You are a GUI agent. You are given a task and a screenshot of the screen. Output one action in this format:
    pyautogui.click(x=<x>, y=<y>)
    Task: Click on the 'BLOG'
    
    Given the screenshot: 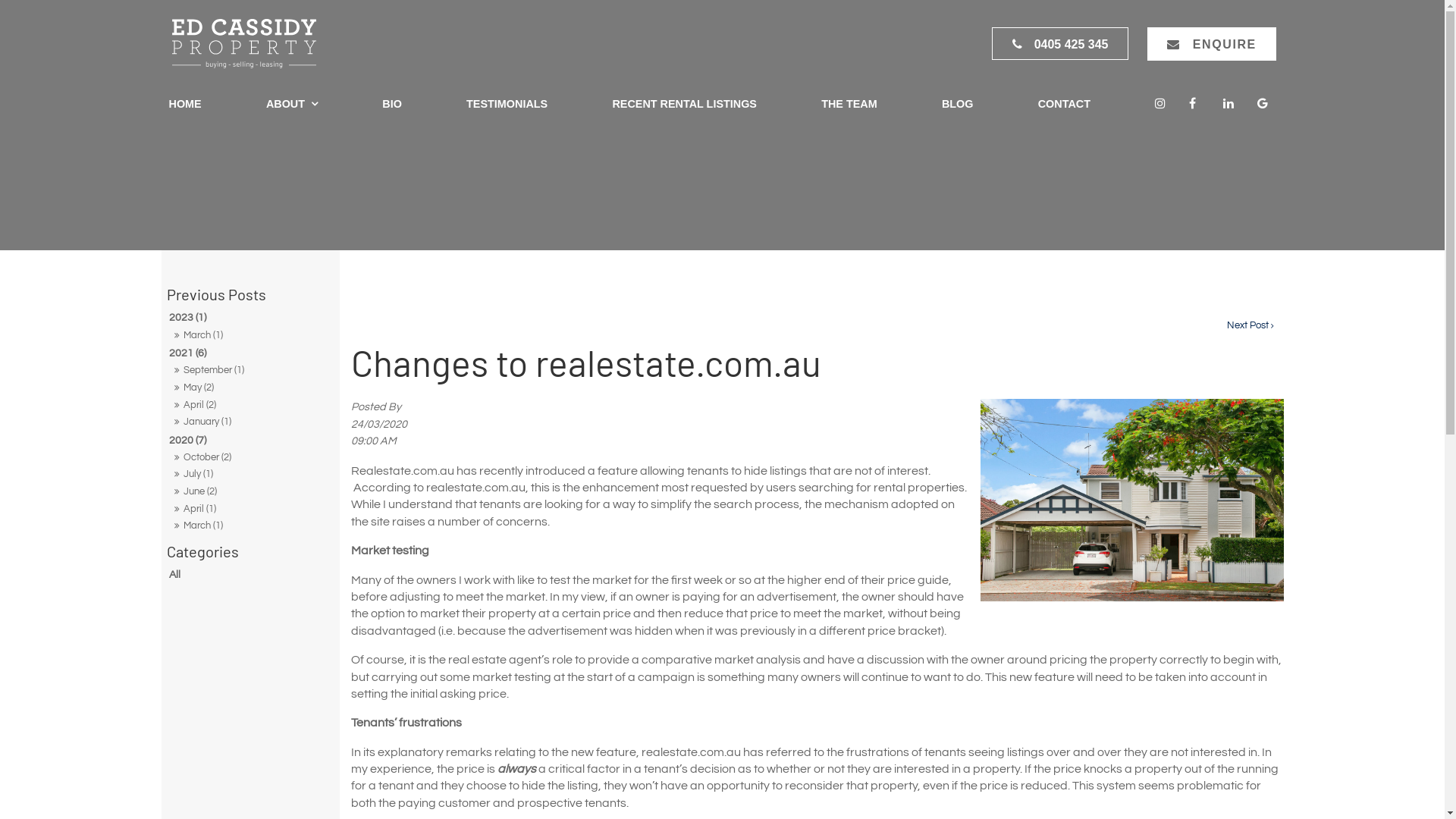 What is the action you would take?
    pyautogui.click(x=934, y=104)
    